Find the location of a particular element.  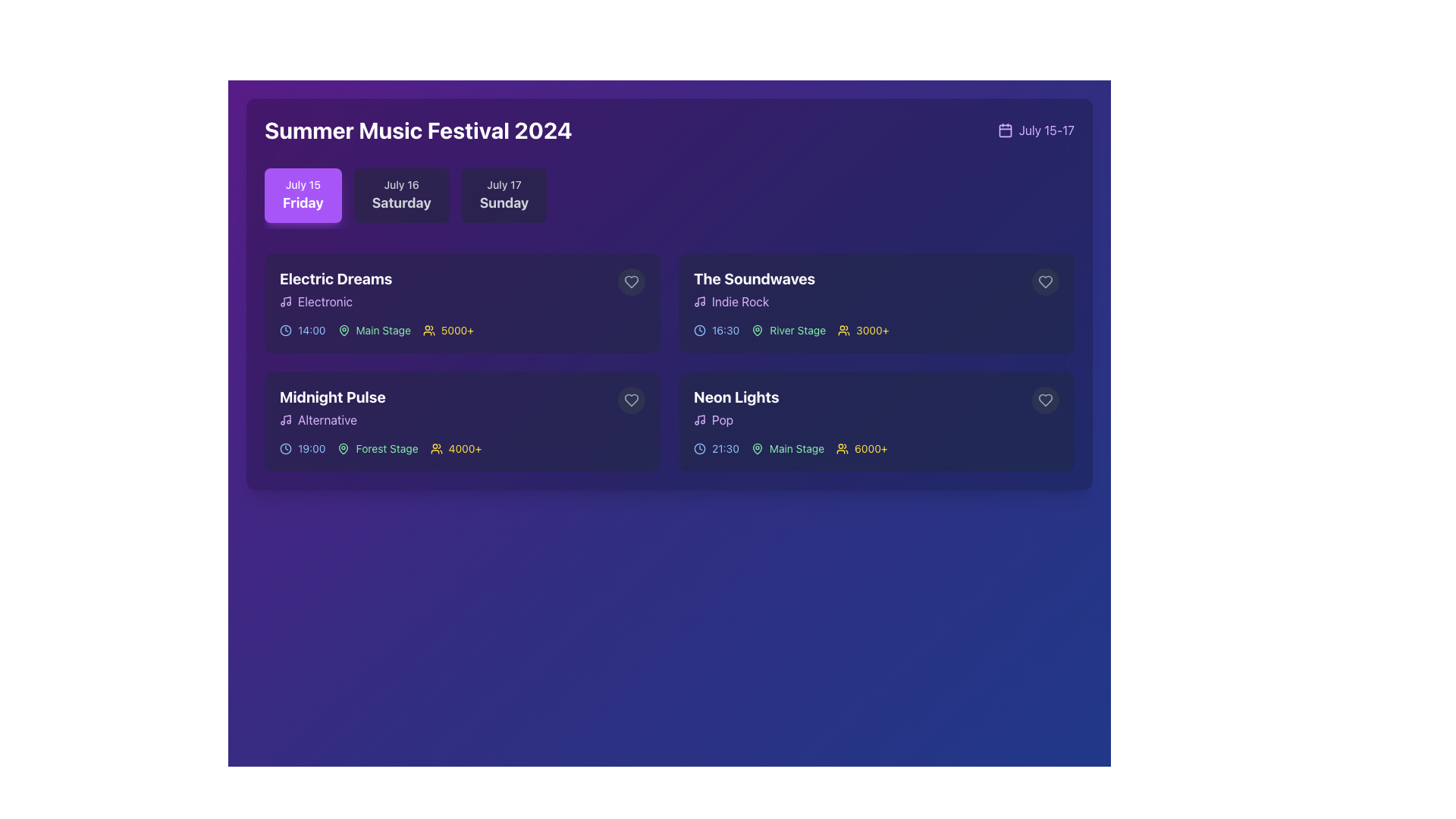

the text block displaying the name 'The Soundwaves' and genre 'Indie Rock' located in the top-right card of the grid, to interact with its interactive features is located at coordinates (754, 289).